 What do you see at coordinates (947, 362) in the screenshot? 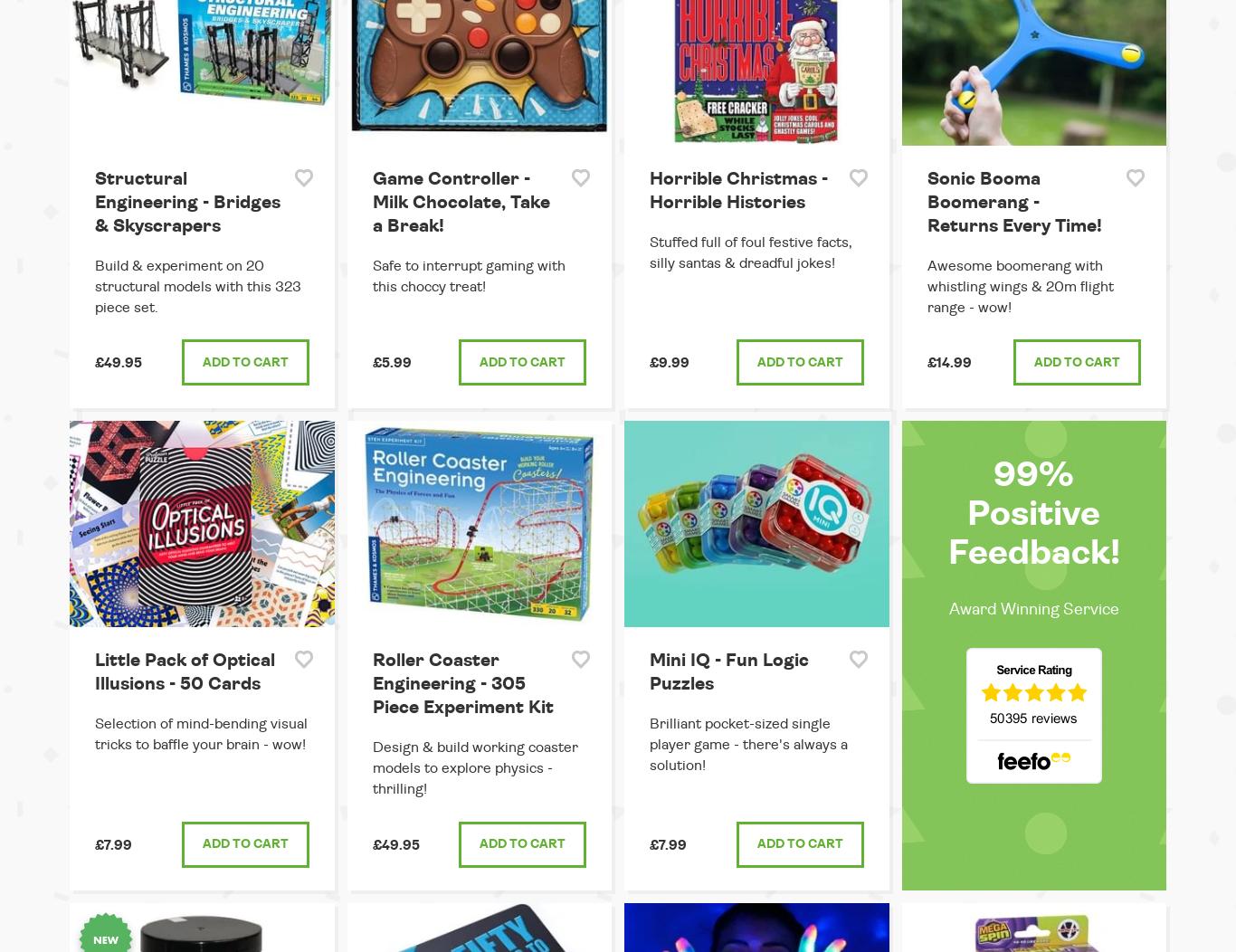
I see `'£14.99'` at bounding box center [947, 362].